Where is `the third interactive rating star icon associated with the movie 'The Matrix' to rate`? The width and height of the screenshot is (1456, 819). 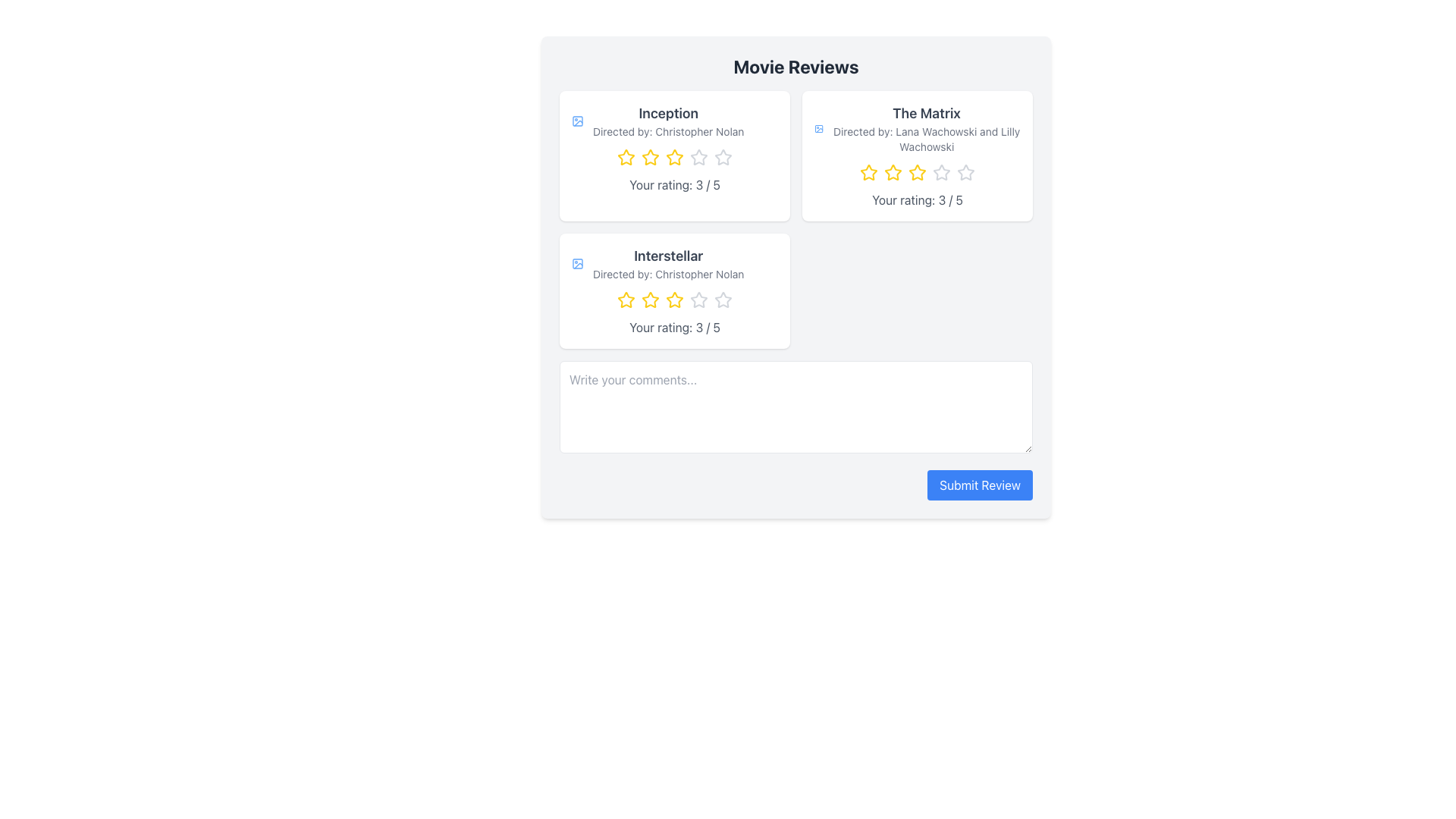
the third interactive rating star icon associated with the movie 'The Matrix' to rate is located at coordinates (916, 171).